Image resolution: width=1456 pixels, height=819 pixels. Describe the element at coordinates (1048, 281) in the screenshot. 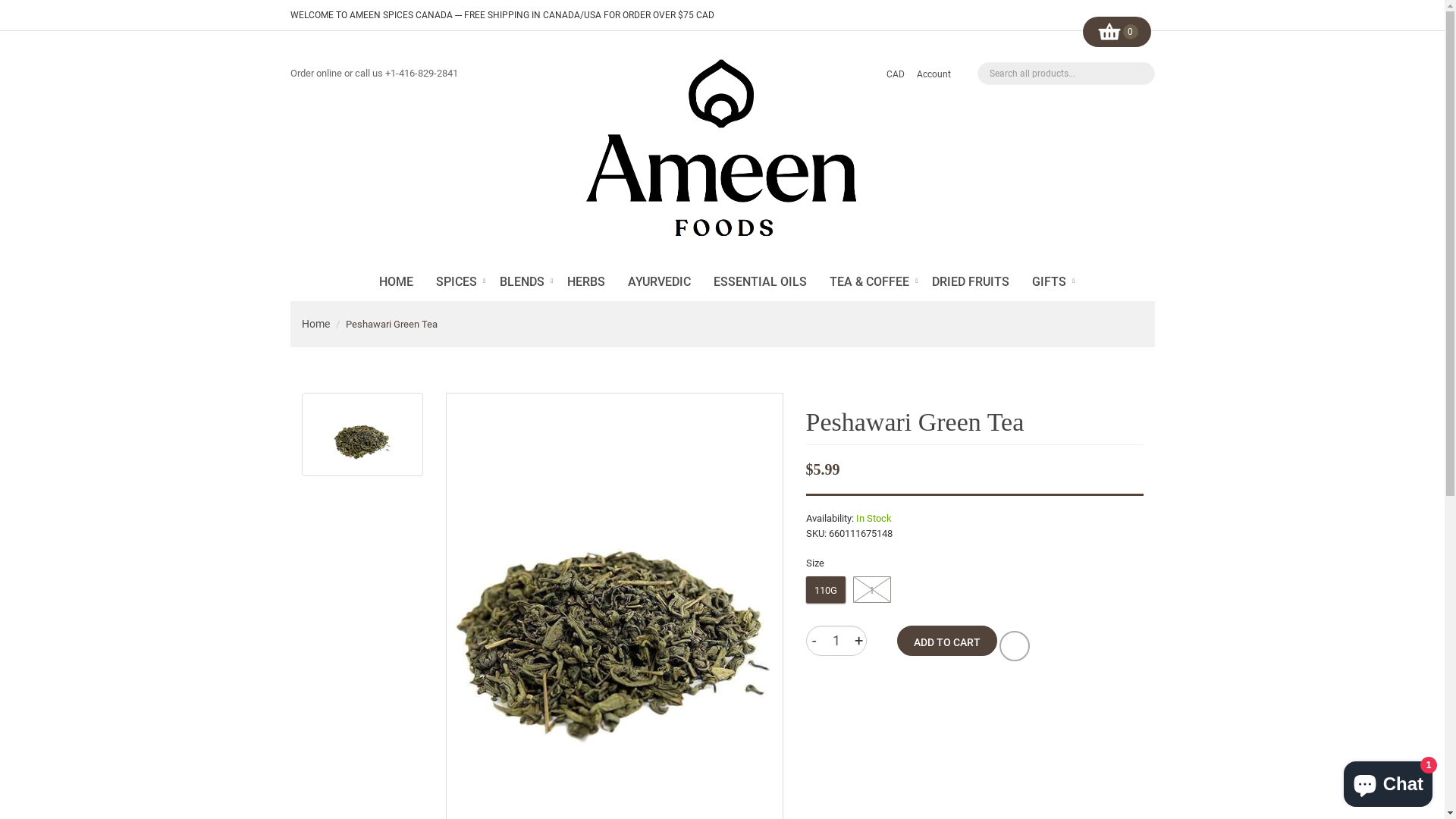

I see `'GIFTS'` at that location.